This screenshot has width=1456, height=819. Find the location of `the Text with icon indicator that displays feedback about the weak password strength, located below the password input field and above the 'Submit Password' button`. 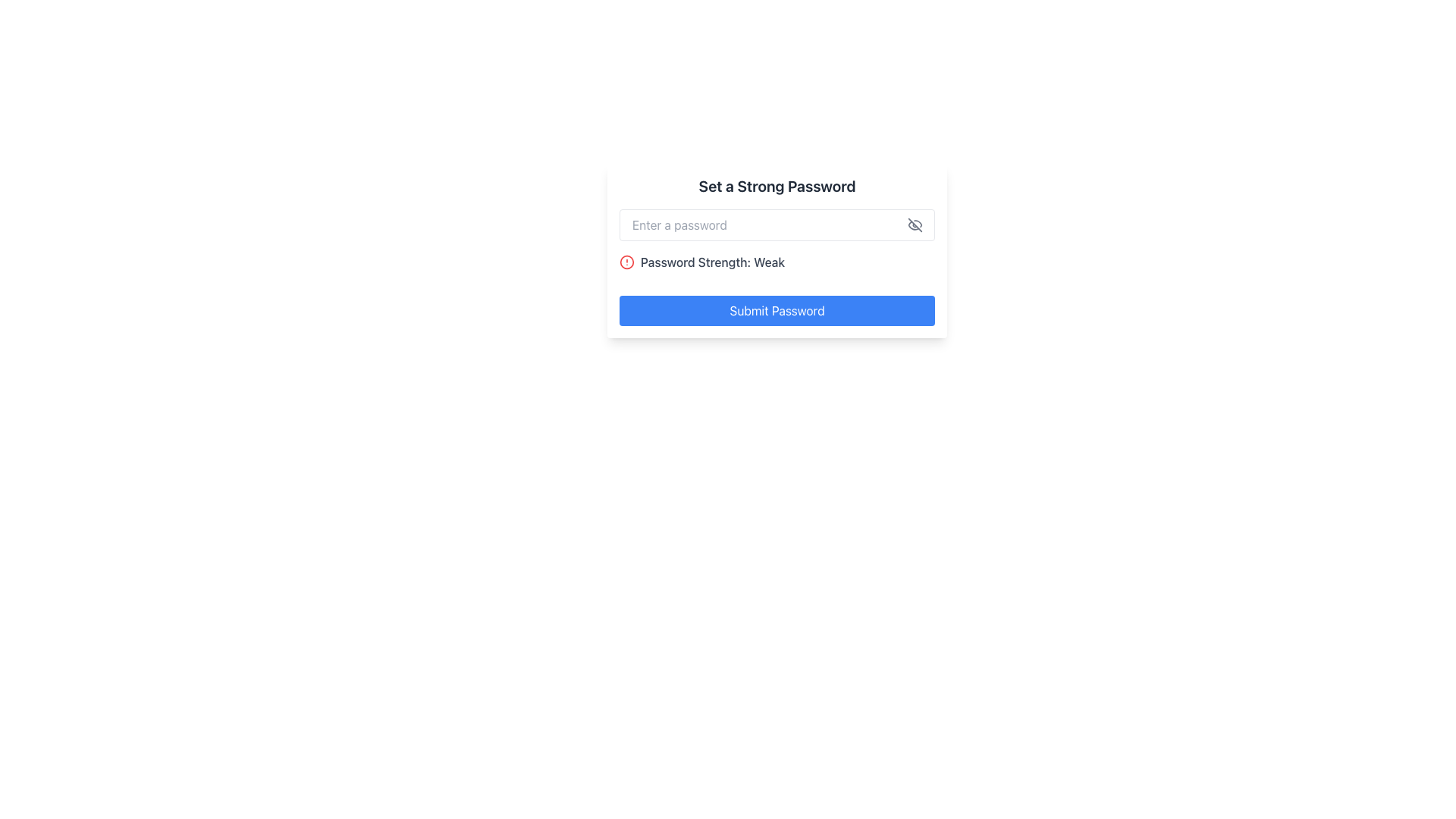

the Text with icon indicator that displays feedback about the weak password strength, located below the password input field and above the 'Submit Password' button is located at coordinates (777, 262).